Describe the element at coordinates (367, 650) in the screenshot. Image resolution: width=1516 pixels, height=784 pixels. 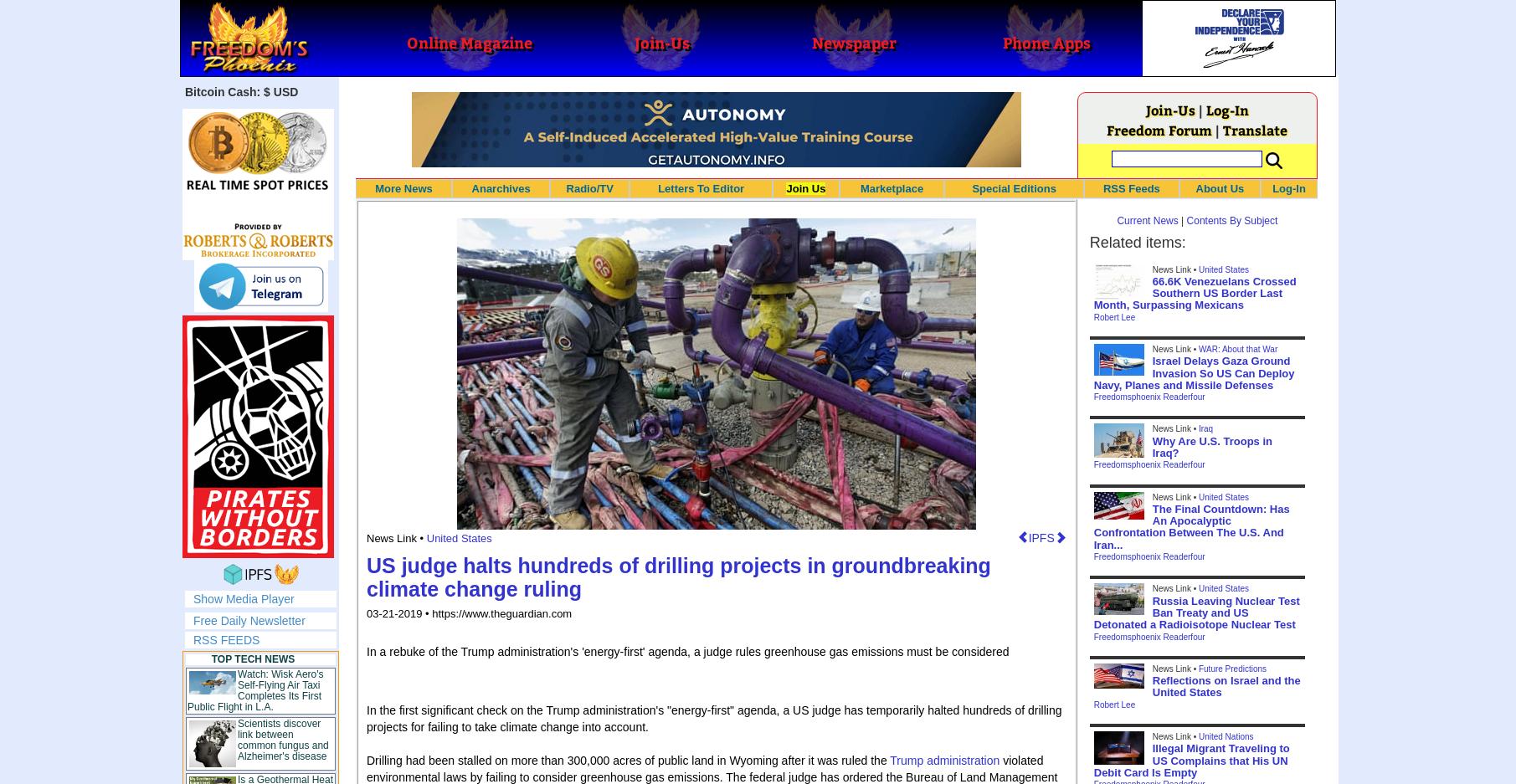
I see `'In a rebuke of the Trump administration's 'energy-first' agenda, a judge rules greenhouse gas emissions must be considered'` at that location.